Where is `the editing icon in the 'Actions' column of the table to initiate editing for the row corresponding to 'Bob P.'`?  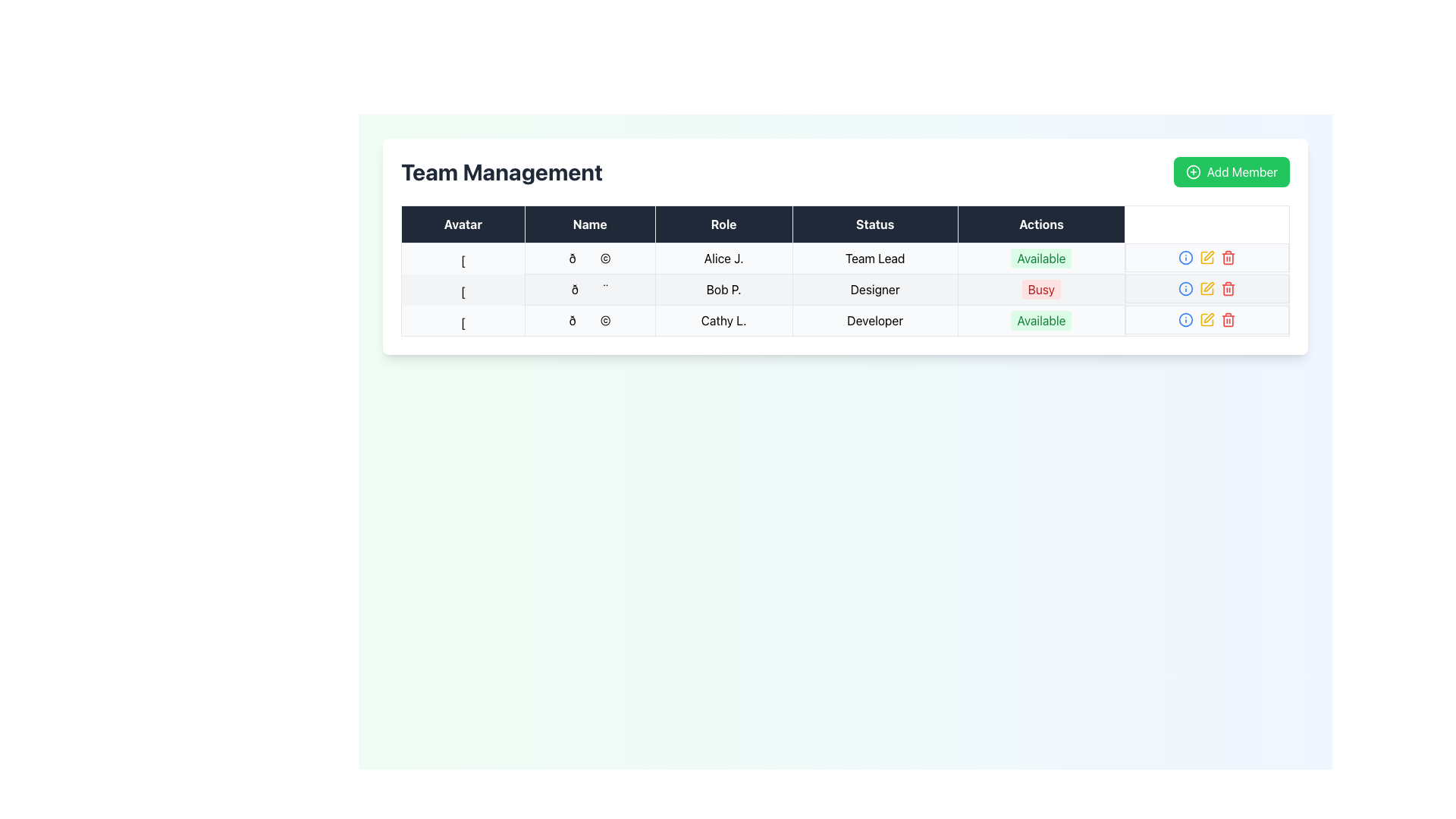 the editing icon in the 'Actions' column of the table to initiate editing for the row corresponding to 'Bob P.' is located at coordinates (1208, 254).